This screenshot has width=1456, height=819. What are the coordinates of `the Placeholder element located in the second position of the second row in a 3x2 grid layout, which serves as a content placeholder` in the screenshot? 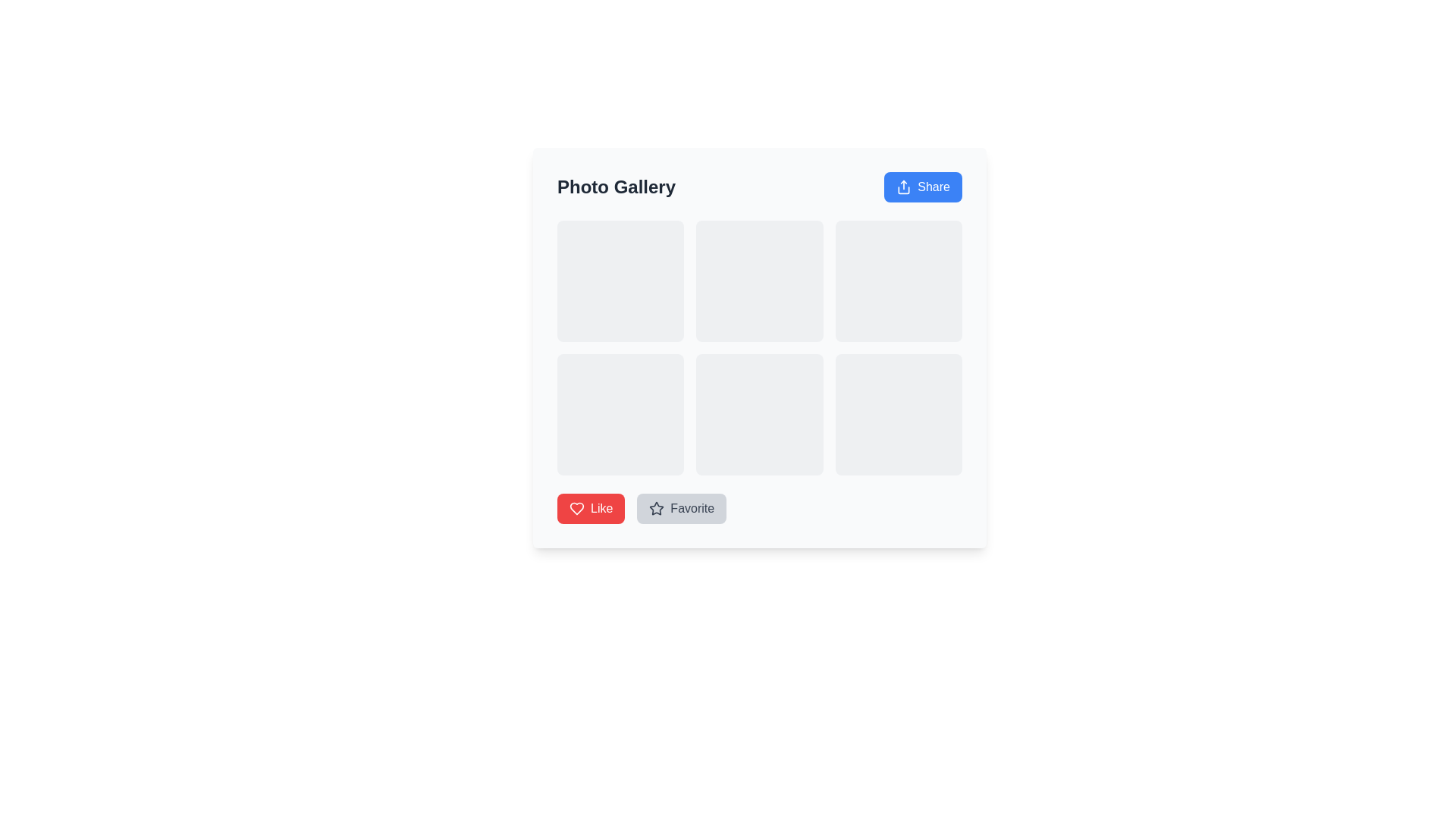 It's located at (760, 415).